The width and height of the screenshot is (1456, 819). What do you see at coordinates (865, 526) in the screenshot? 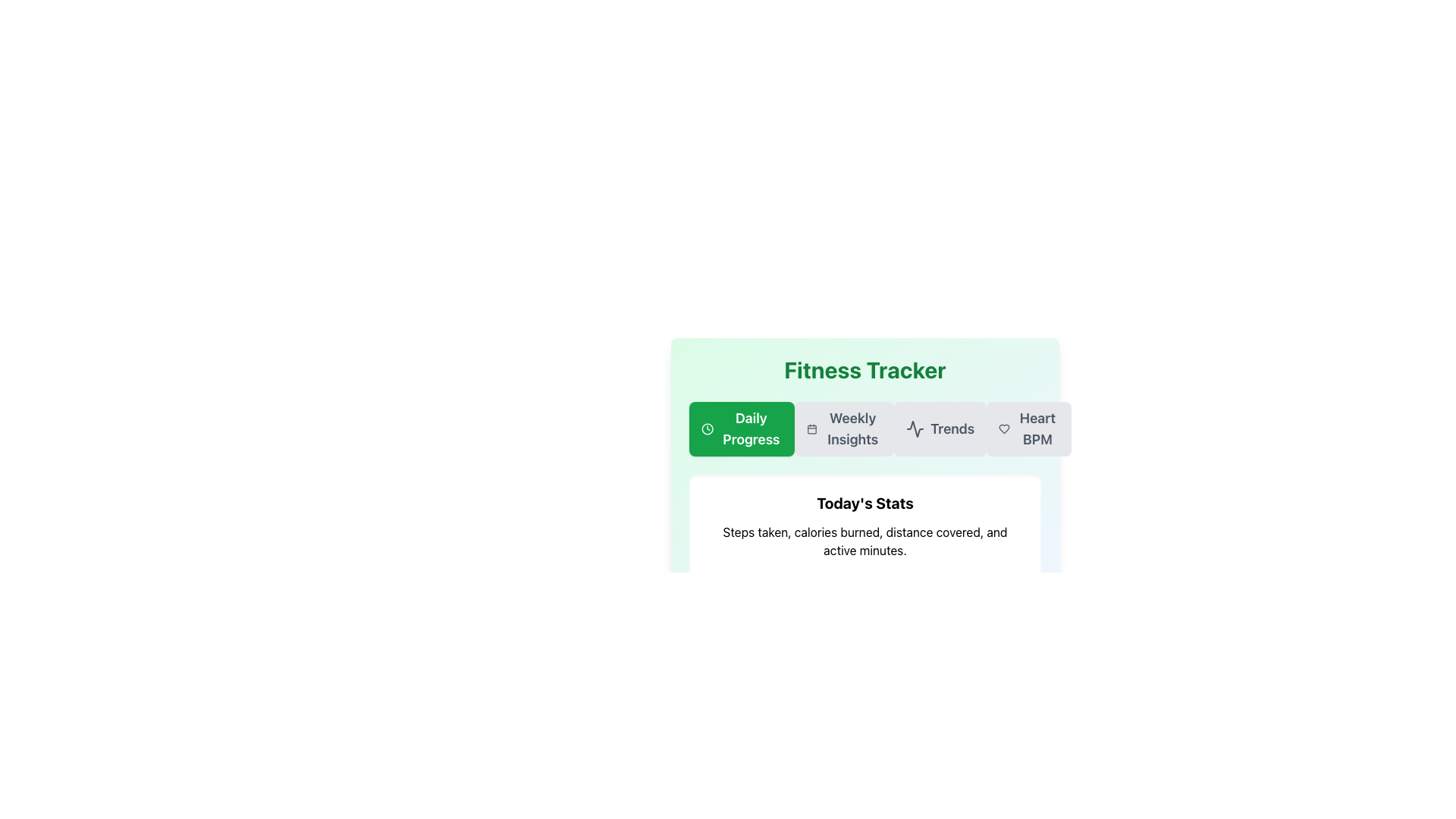
I see `the informational Text Block that summarizes daily fitness-related statistics, located centrally below the 'Fitness Tracker' header` at bounding box center [865, 526].